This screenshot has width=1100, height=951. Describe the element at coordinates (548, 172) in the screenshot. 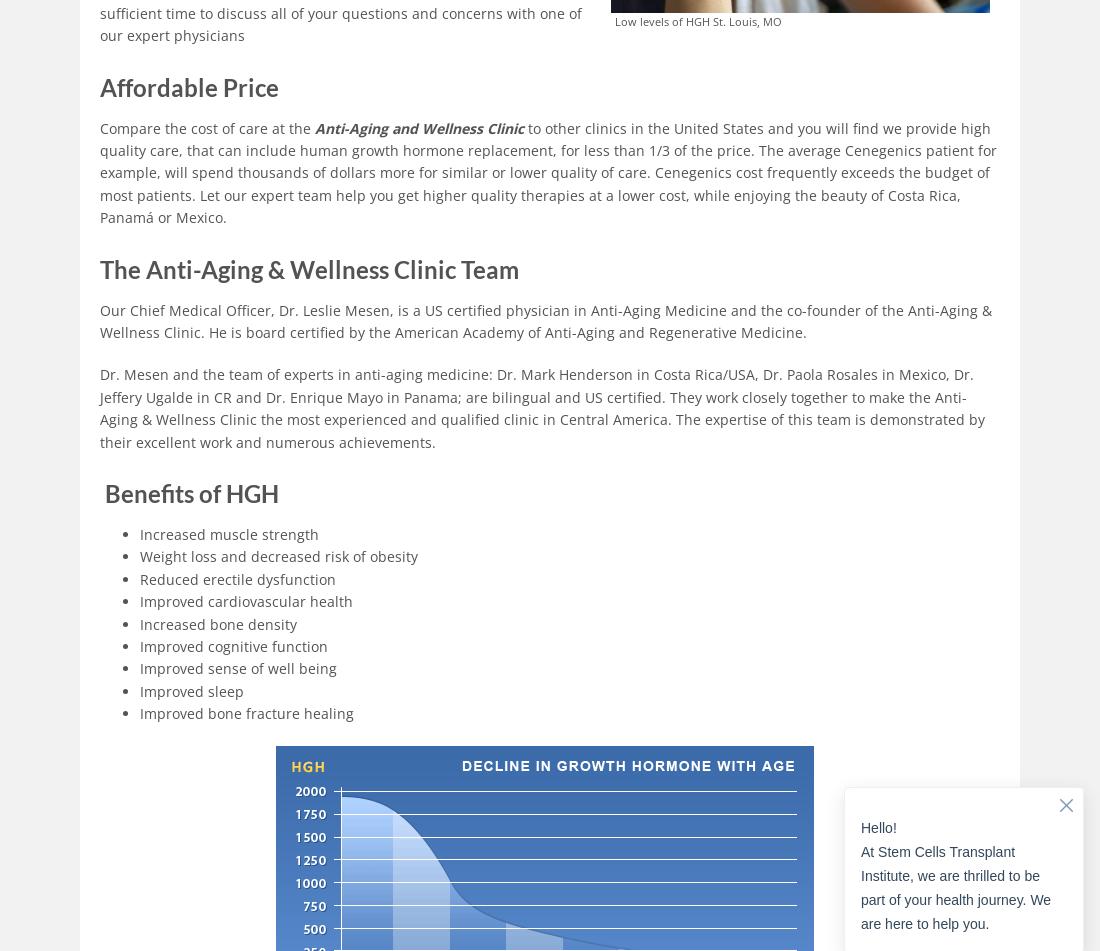

I see `'to other clinics in the United States and you will find we provide high quality care, that can include human growth hormone replacement, for less than 1/3 of the price. The average Cenegenics patient for example, will spend thousands of dollars more for similar or lower quality of care. Cenegenics cost frequently exceeds the budget of most patients. Let our expert team help you get higher quality therapies at a lower cost, while enjoying the beauty of Costa Rica, Panamá or Mexico.'` at that location.